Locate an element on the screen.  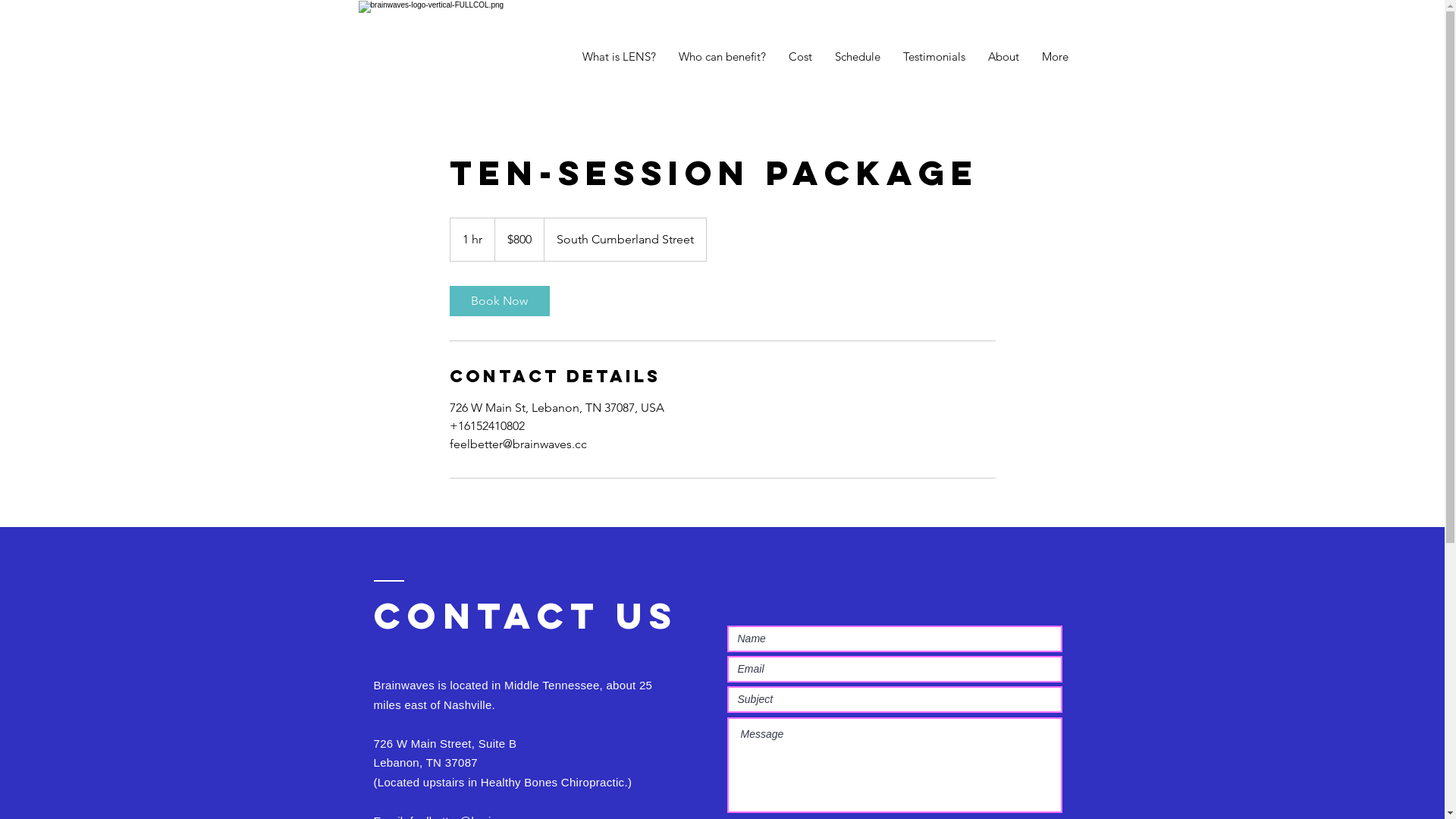
'brainwaves-logo-verticalw_tag-WHTonFULLC' is located at coordinates (447, 55).